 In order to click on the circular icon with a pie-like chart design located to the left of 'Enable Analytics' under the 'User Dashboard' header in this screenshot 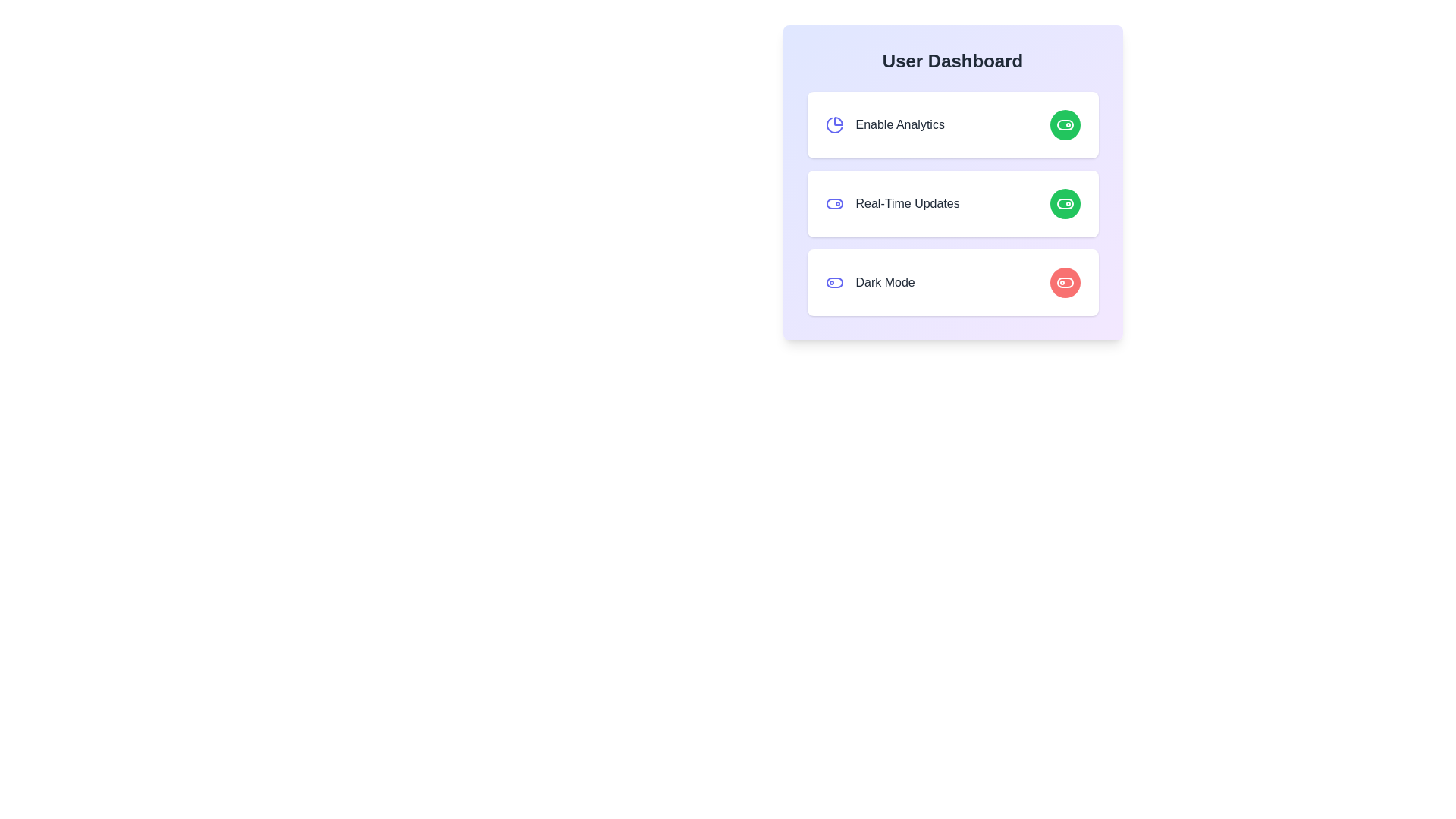, I will do `click(833, 124)`.